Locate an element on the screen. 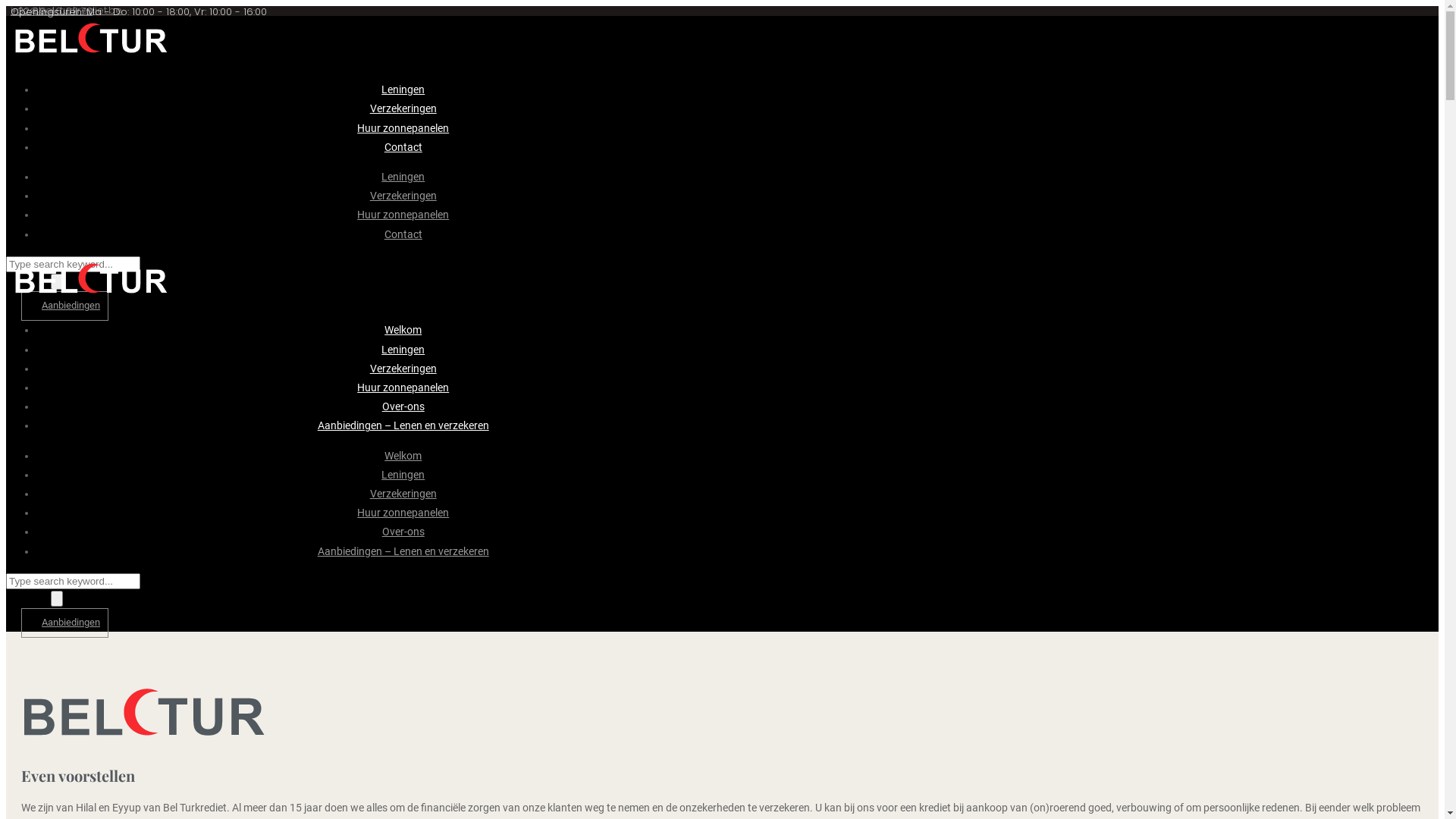 This screenshot has height=819, width=1456. 'logo-donker' is located at coordinates (144, 714).